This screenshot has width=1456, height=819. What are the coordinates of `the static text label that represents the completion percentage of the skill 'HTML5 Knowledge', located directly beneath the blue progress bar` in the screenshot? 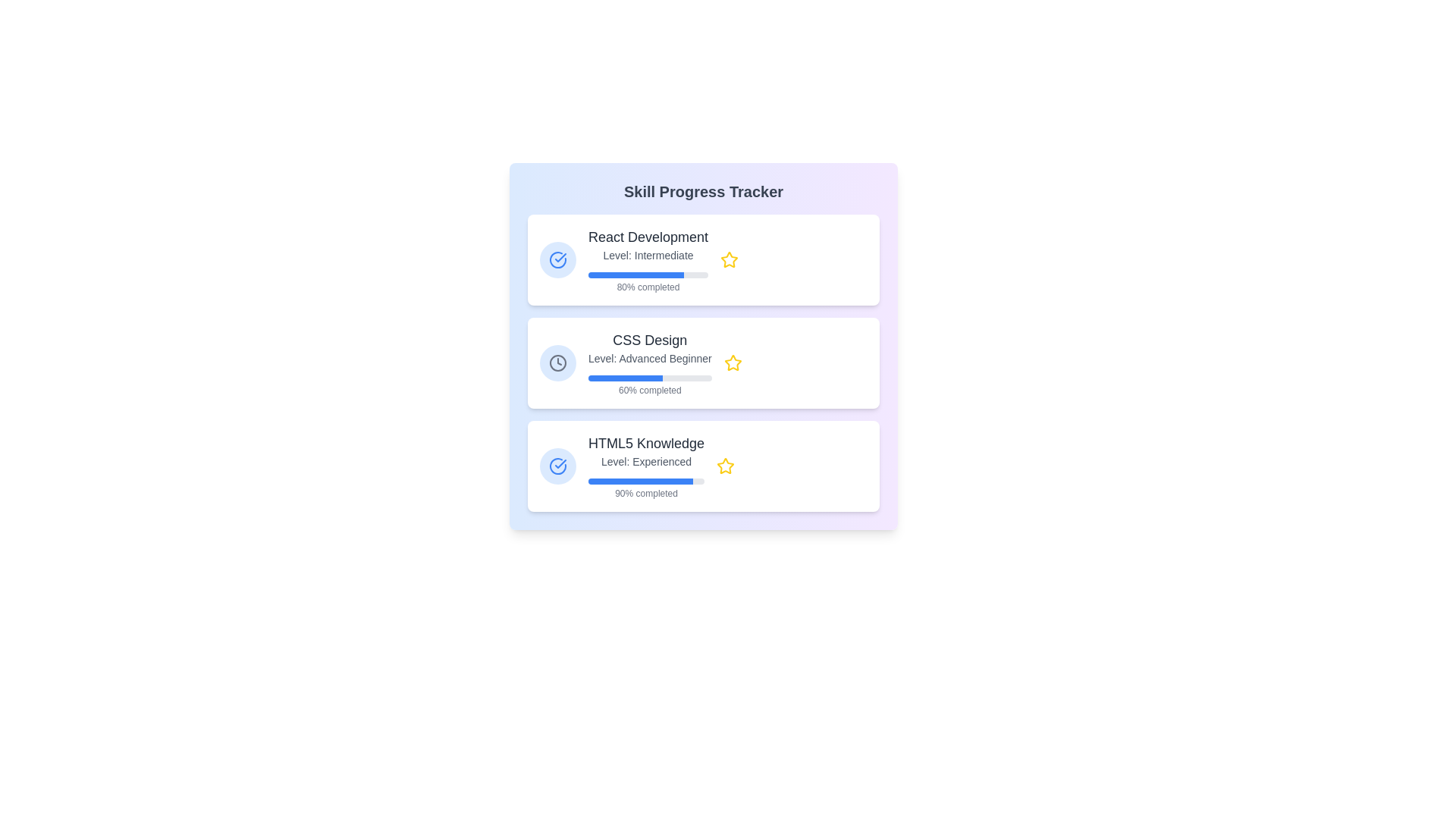 It's located at (646, 488).